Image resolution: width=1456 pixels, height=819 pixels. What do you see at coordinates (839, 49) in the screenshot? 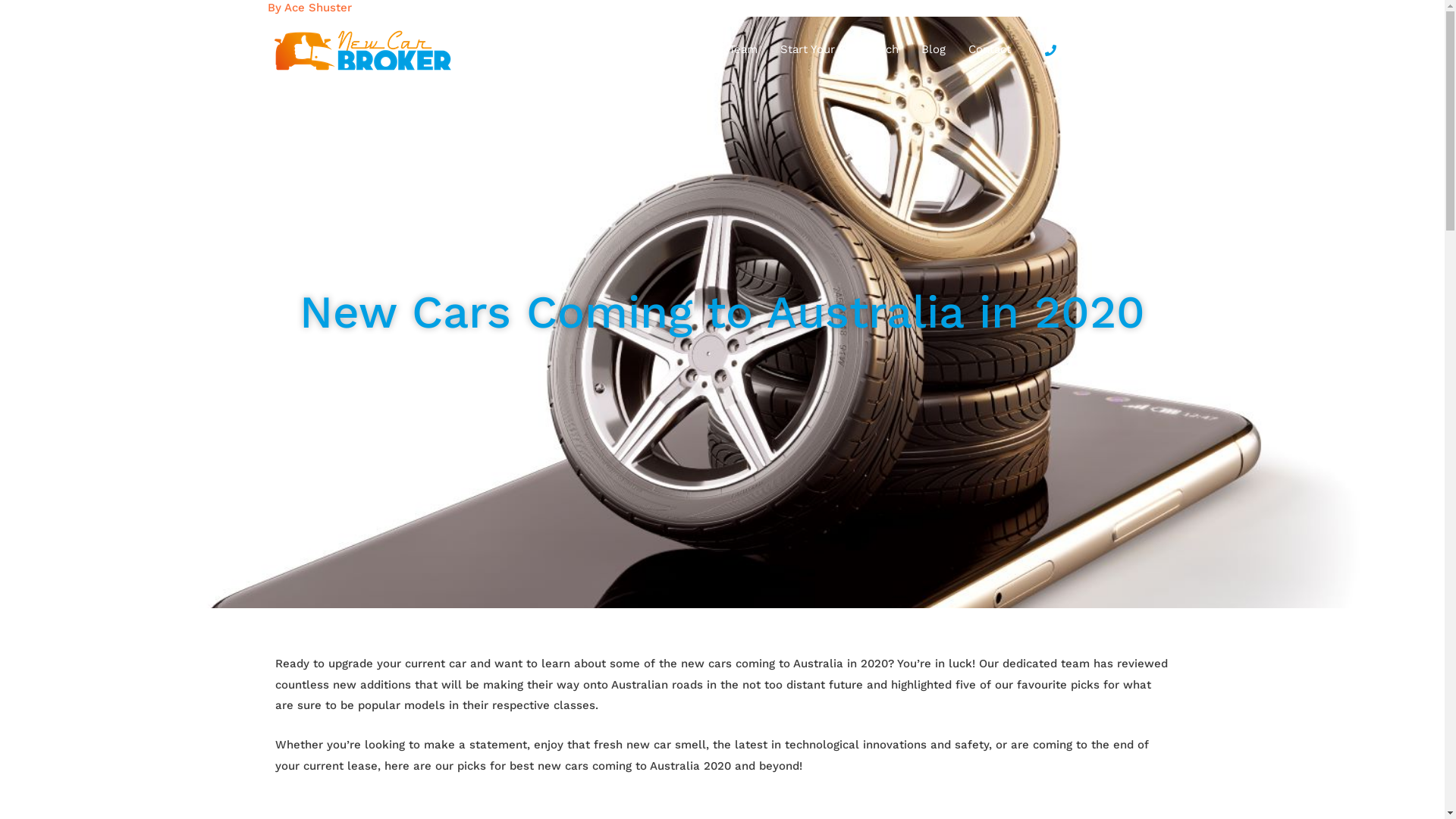
I see `'Start Your Car Search'` at bounding box center [839, 49].